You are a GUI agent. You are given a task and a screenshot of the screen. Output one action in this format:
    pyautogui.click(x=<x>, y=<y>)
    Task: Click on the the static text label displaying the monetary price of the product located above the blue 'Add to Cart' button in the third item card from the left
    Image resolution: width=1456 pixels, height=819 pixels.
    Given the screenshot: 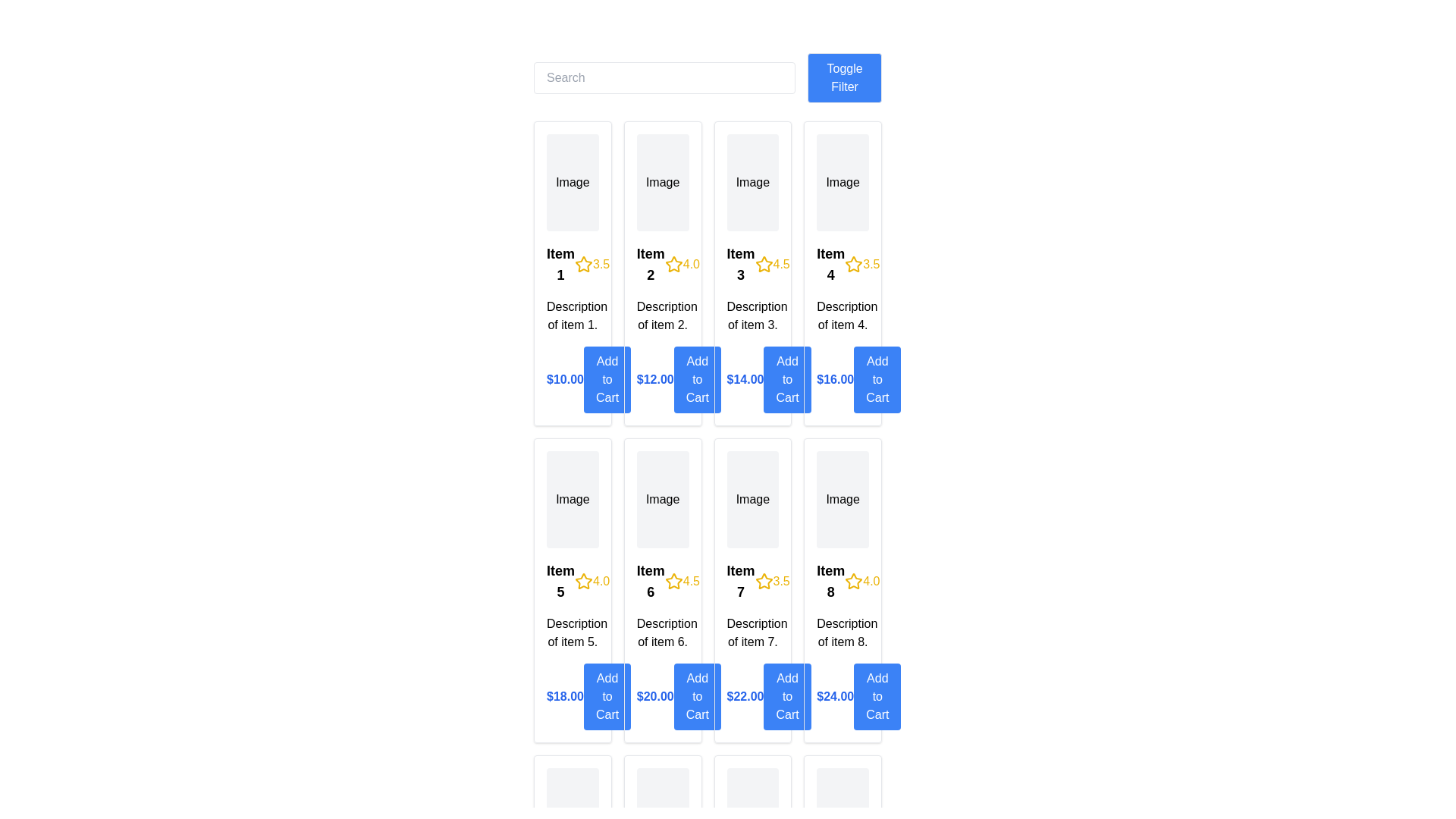 What is the action you would take?
    pyautogui.click(x=745, y=379)
    